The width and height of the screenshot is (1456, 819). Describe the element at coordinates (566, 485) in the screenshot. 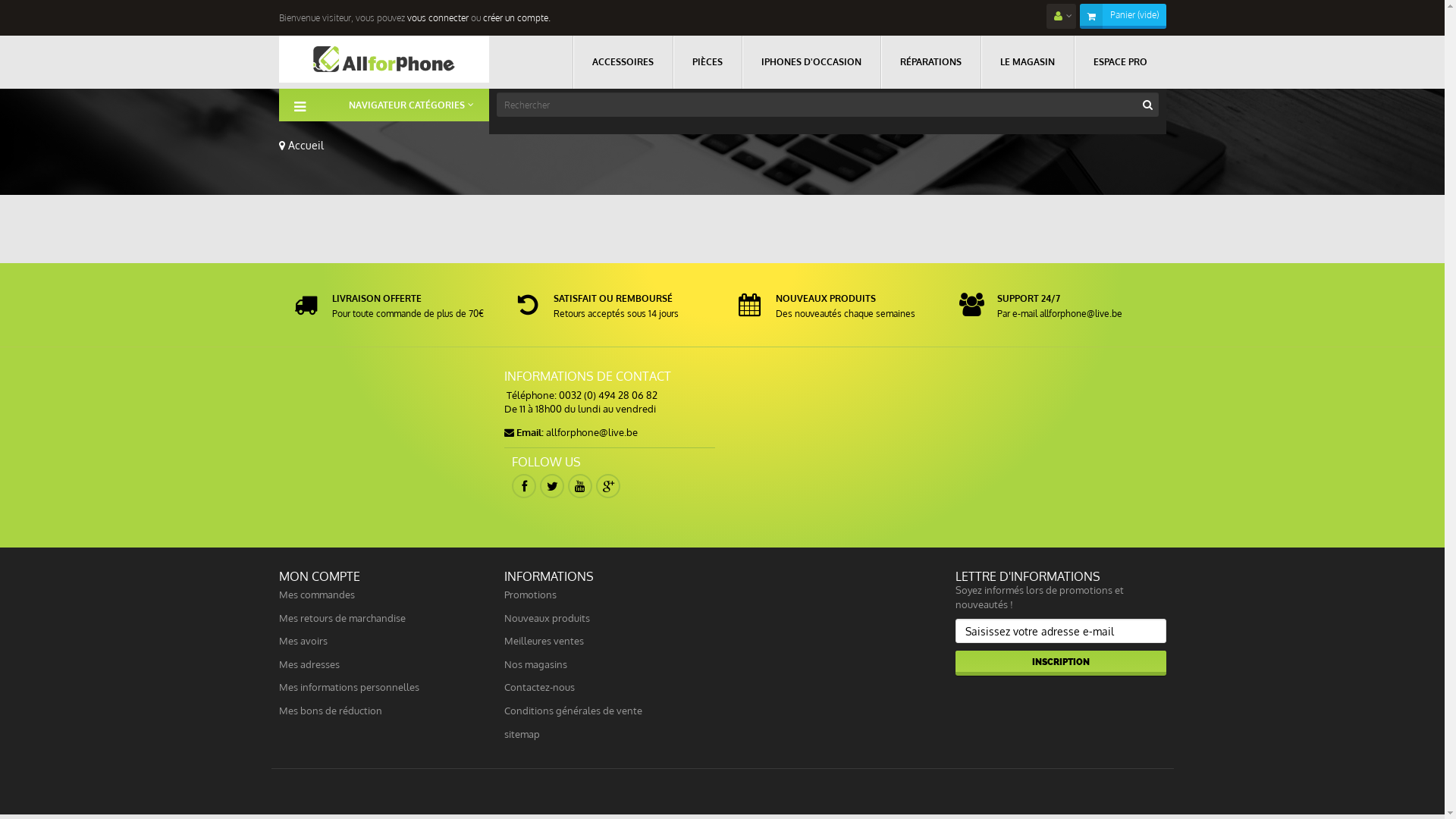

I see `'Youtube'` at that location.